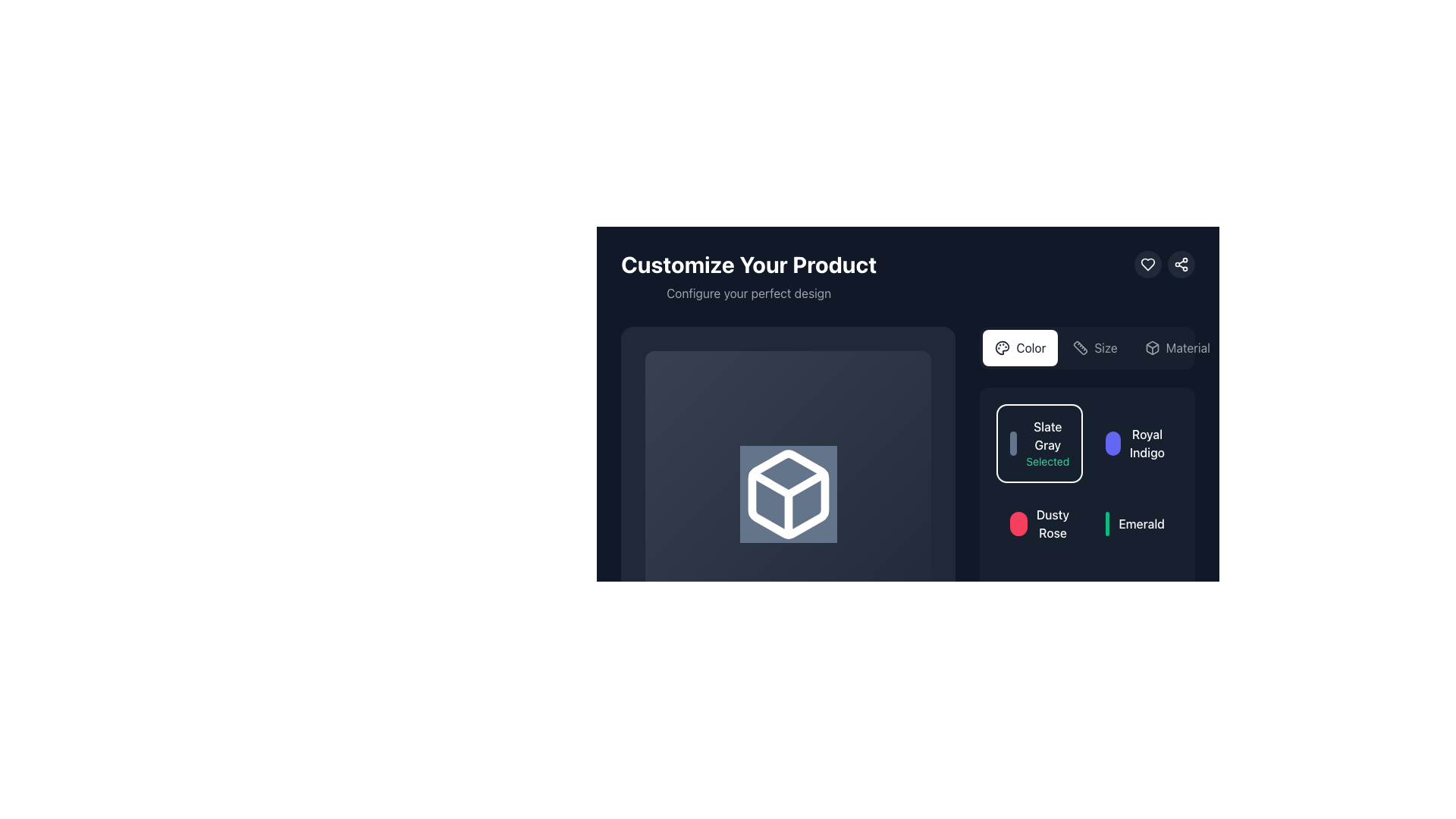 This screenshot has height=819, width=1456. Describe the element at coordinates (1080, 348) in the screenshot. I see `the ruler icon located in the horizontal menu bar on the right side of the interface, which is the second icon between 'Color' and 'Material'` at that location.